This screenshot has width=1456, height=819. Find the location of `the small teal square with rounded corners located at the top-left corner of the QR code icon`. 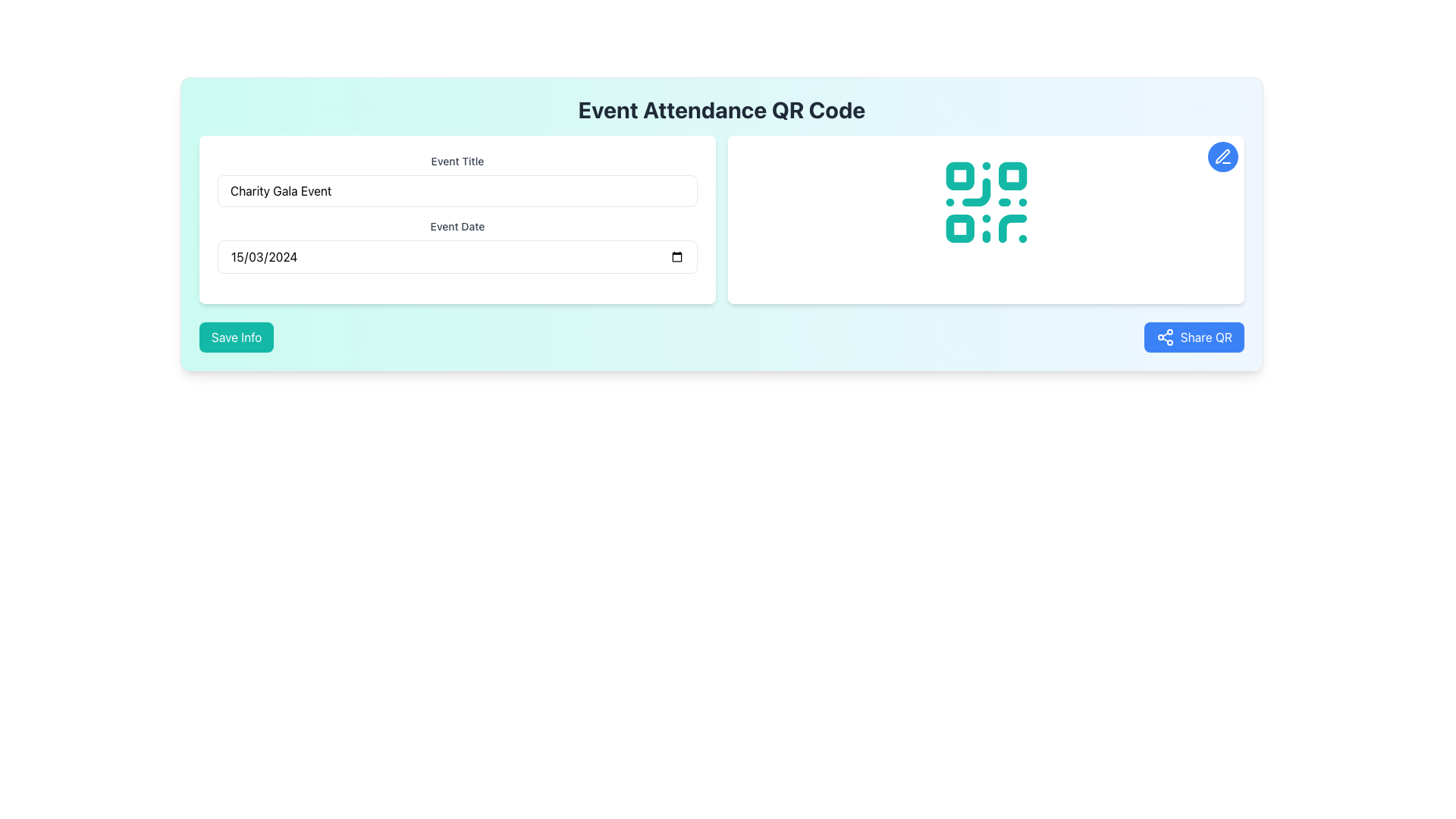

the small teal square with rounded corners located at the top-left corner of the QR code icon is located at coordinates (959, 175).